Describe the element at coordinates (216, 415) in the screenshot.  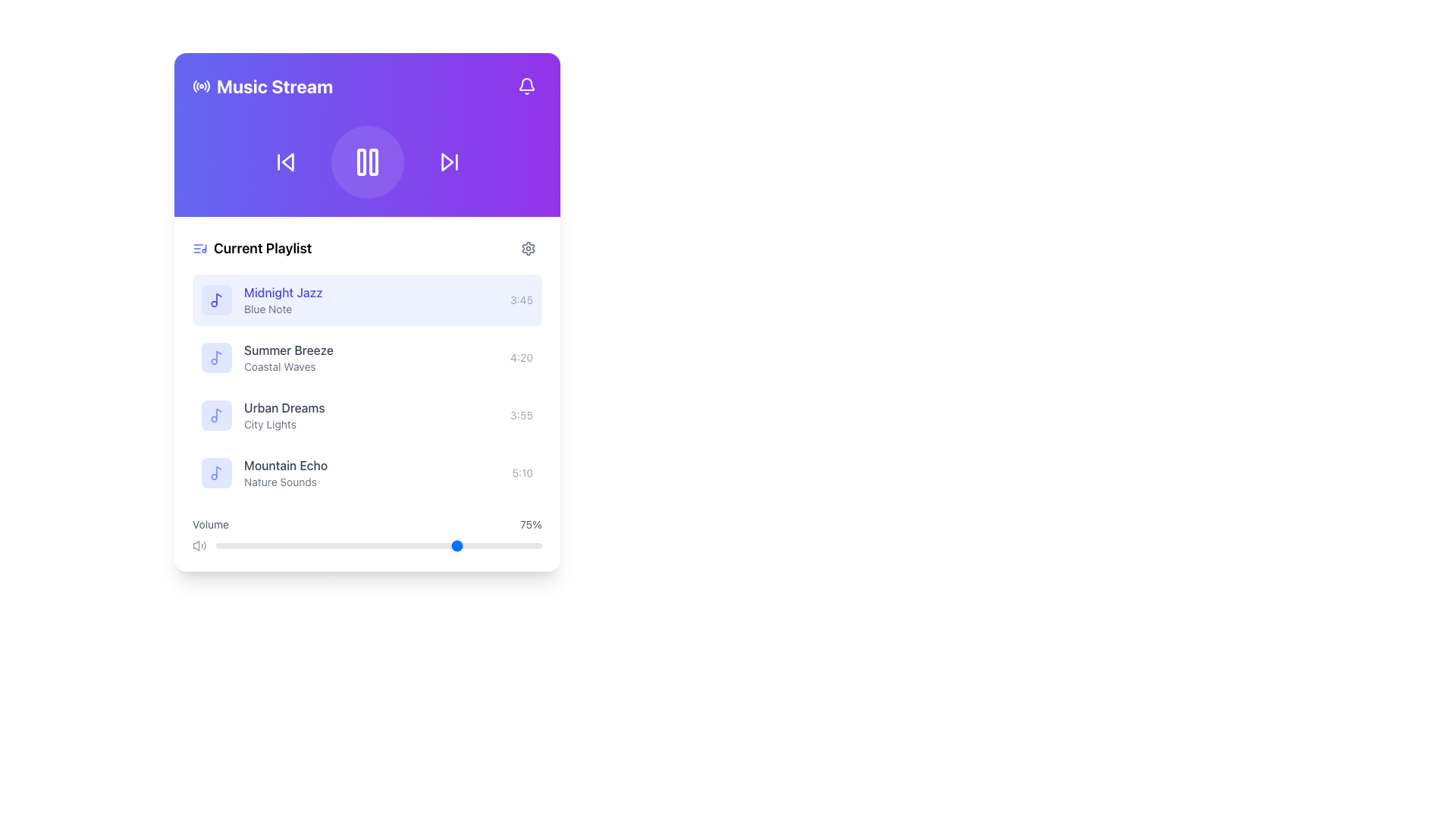
I see `the music track icon located in the third row of the playlist section for additional interaction options` at that location.